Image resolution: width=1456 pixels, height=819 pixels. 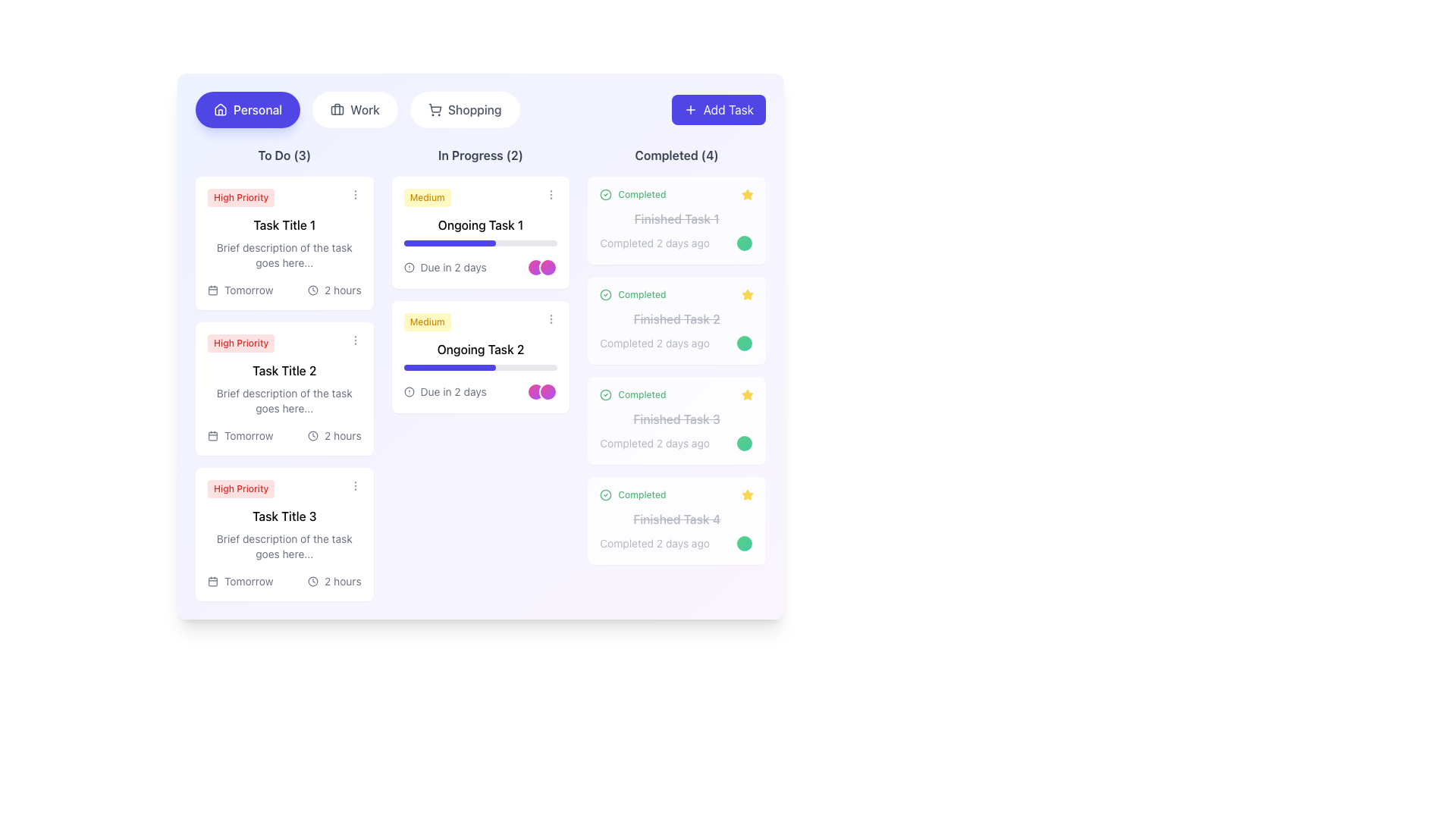 I want to click on the content of the bold yellow text label 'Medium', which indicates a priority level and is located in the top-left corner of the 'In Progress' card for 'Ongoing Task 2', so click(x=426, y=321).